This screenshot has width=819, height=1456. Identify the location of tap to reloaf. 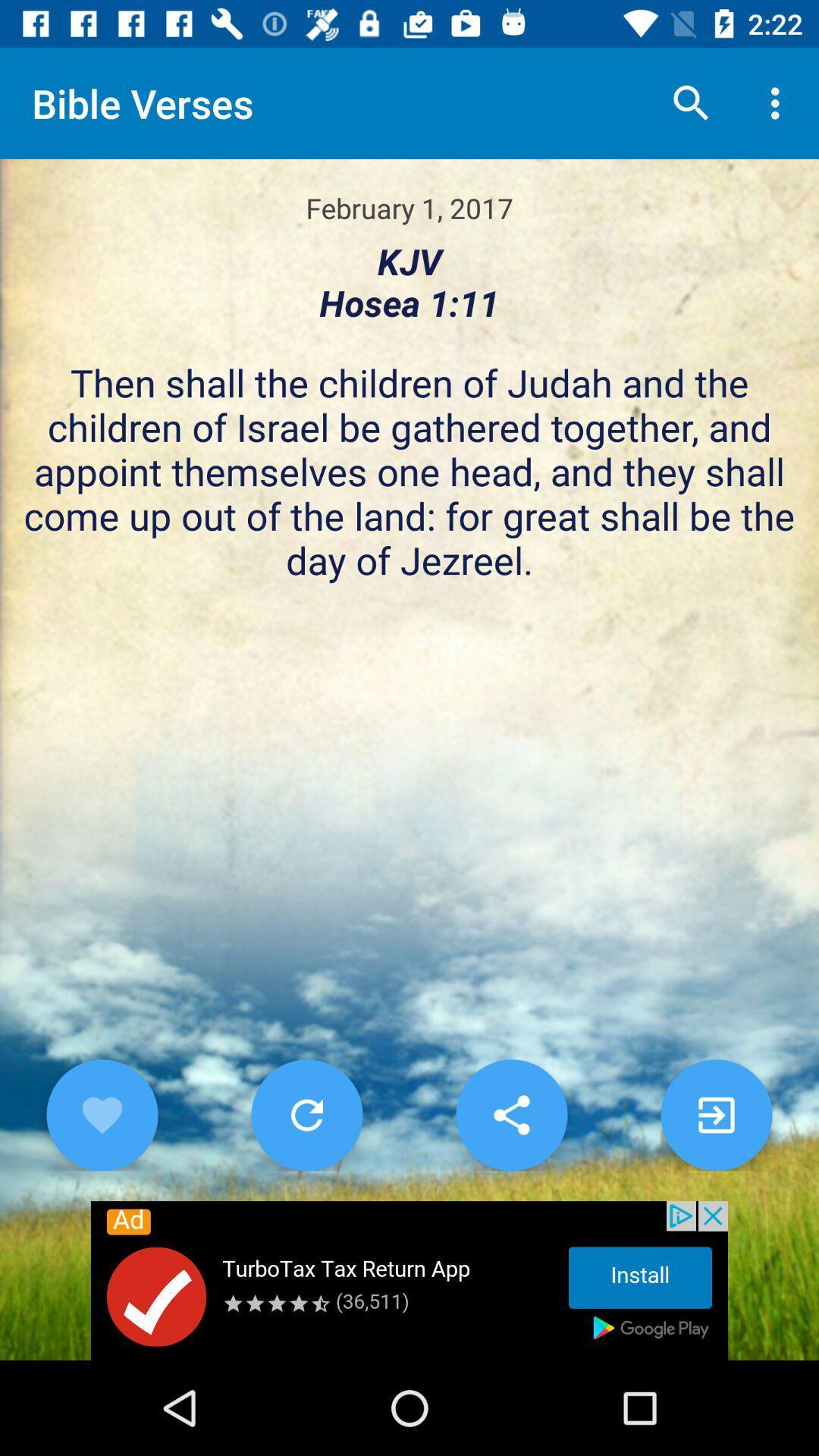
(307, 1115).